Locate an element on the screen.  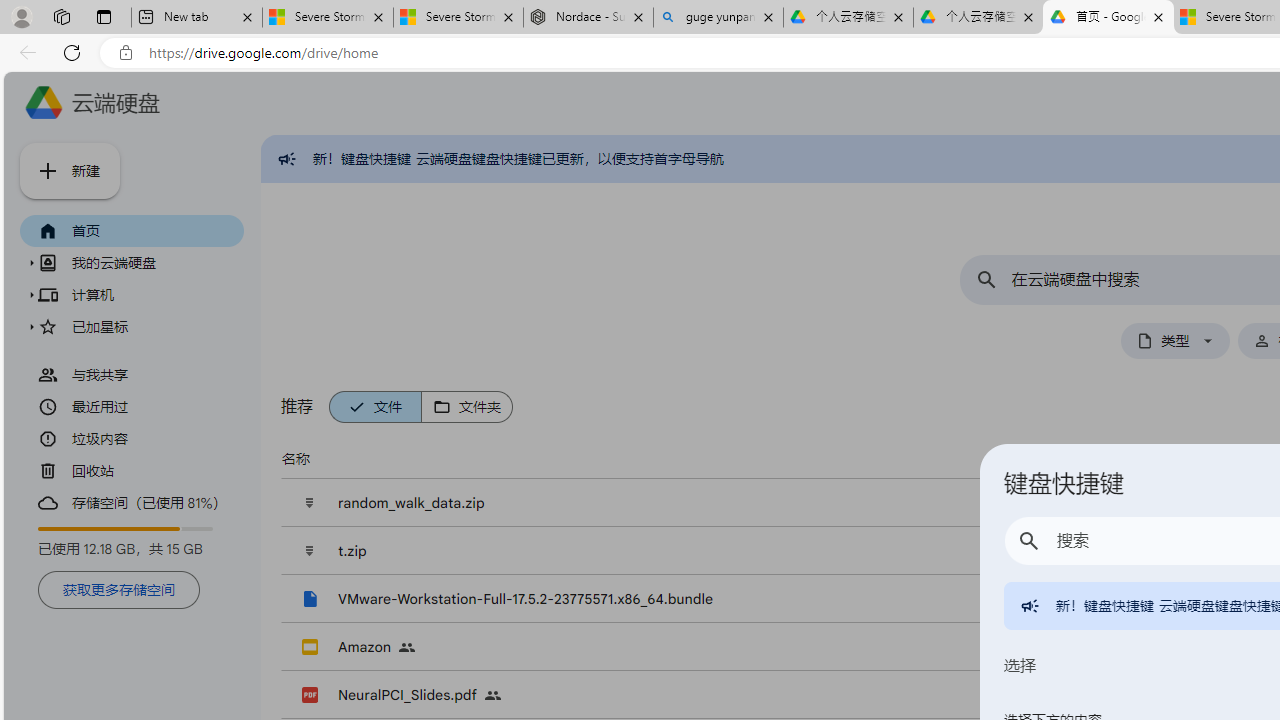
'guge yunpan - Search' is located at coordinates (718, 17).